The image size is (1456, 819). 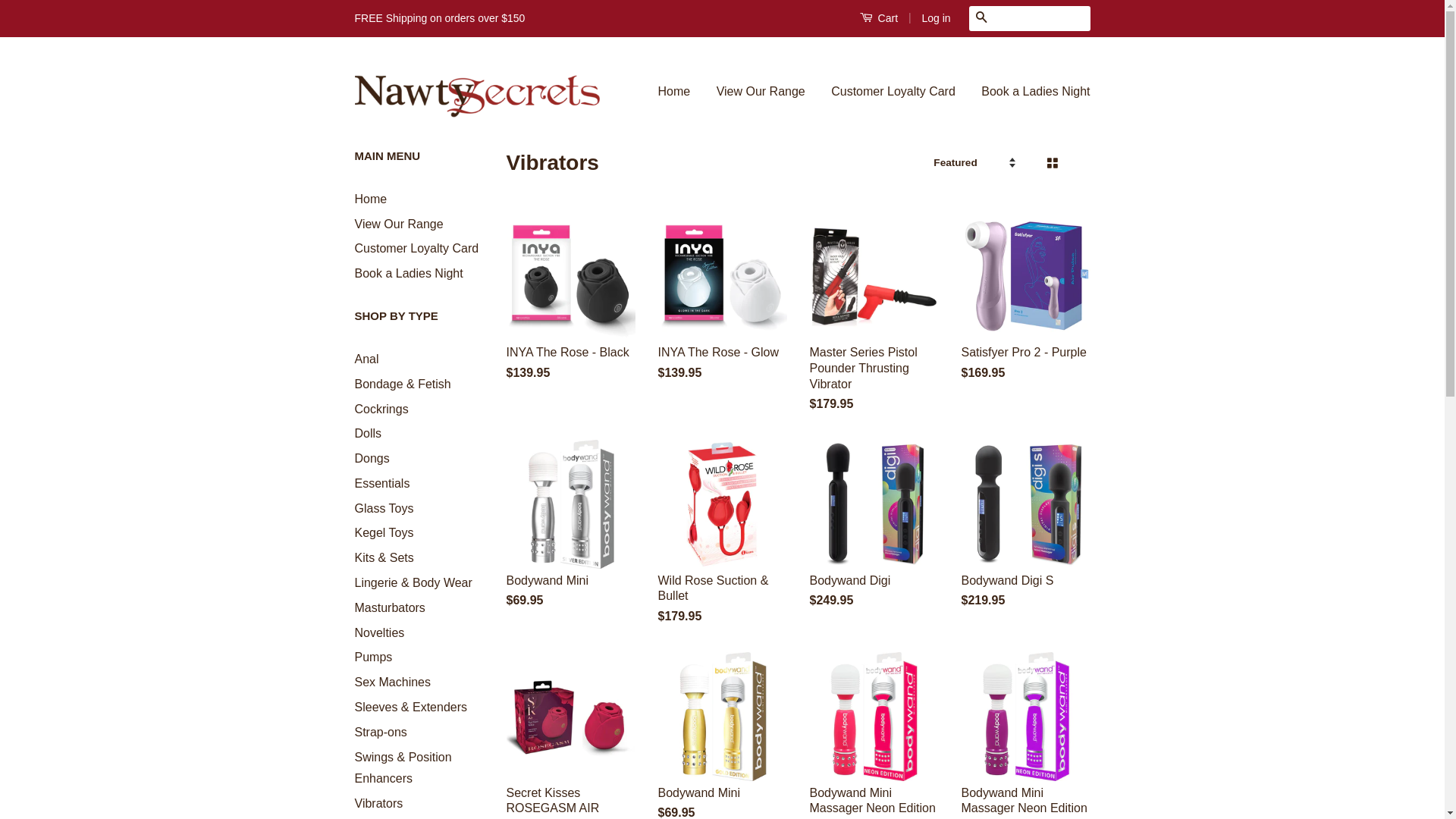 What do you see at coordinates (411, 707) in the screenshot?
I see `'Sleeves & Extenders'` at bounding box center [411, 707].